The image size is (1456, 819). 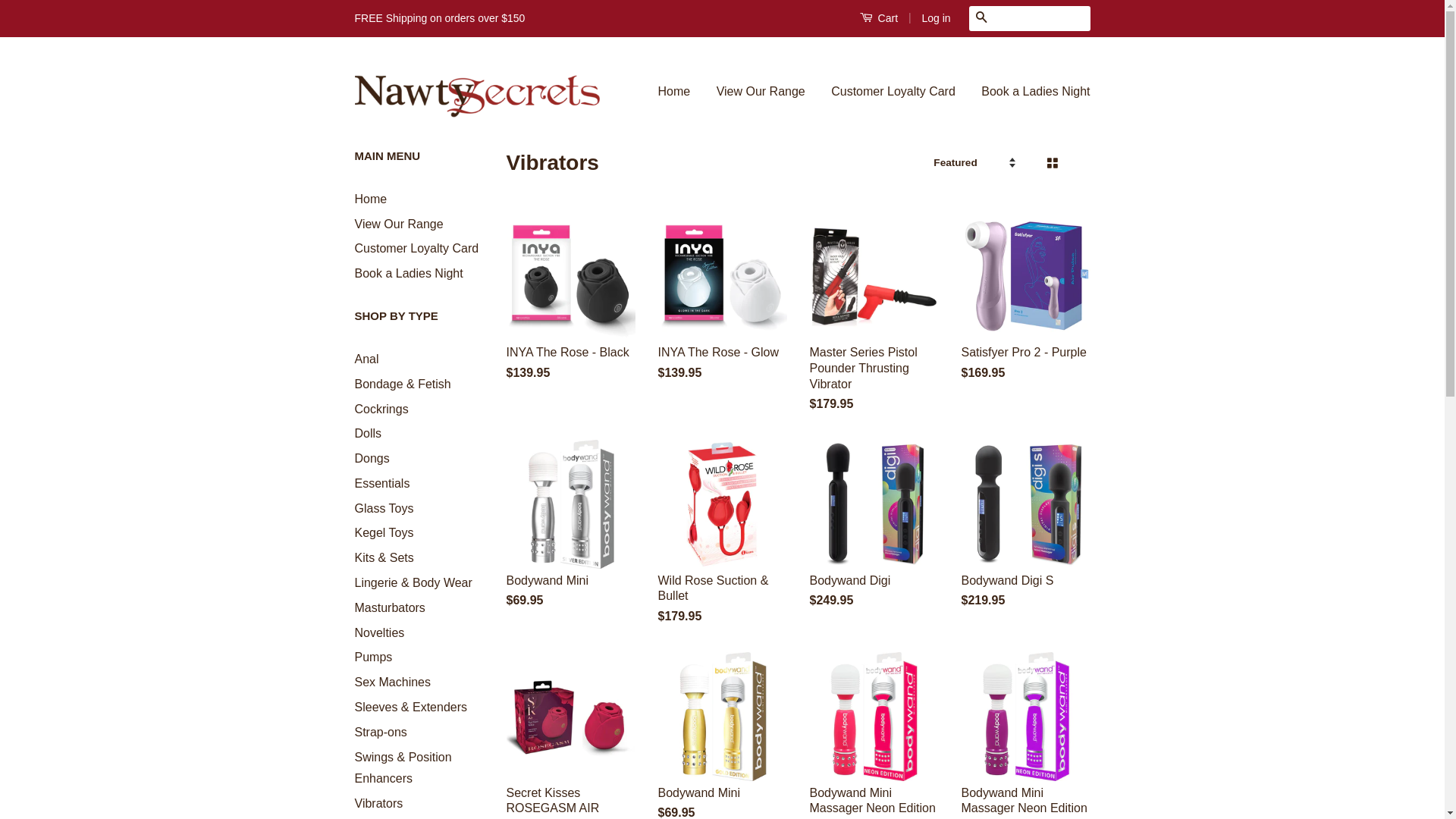 What do you see at coordinates (411, 707) in the screenshot?
I see `'Sleeves & Extenders'` at bounding box center [411, 707].